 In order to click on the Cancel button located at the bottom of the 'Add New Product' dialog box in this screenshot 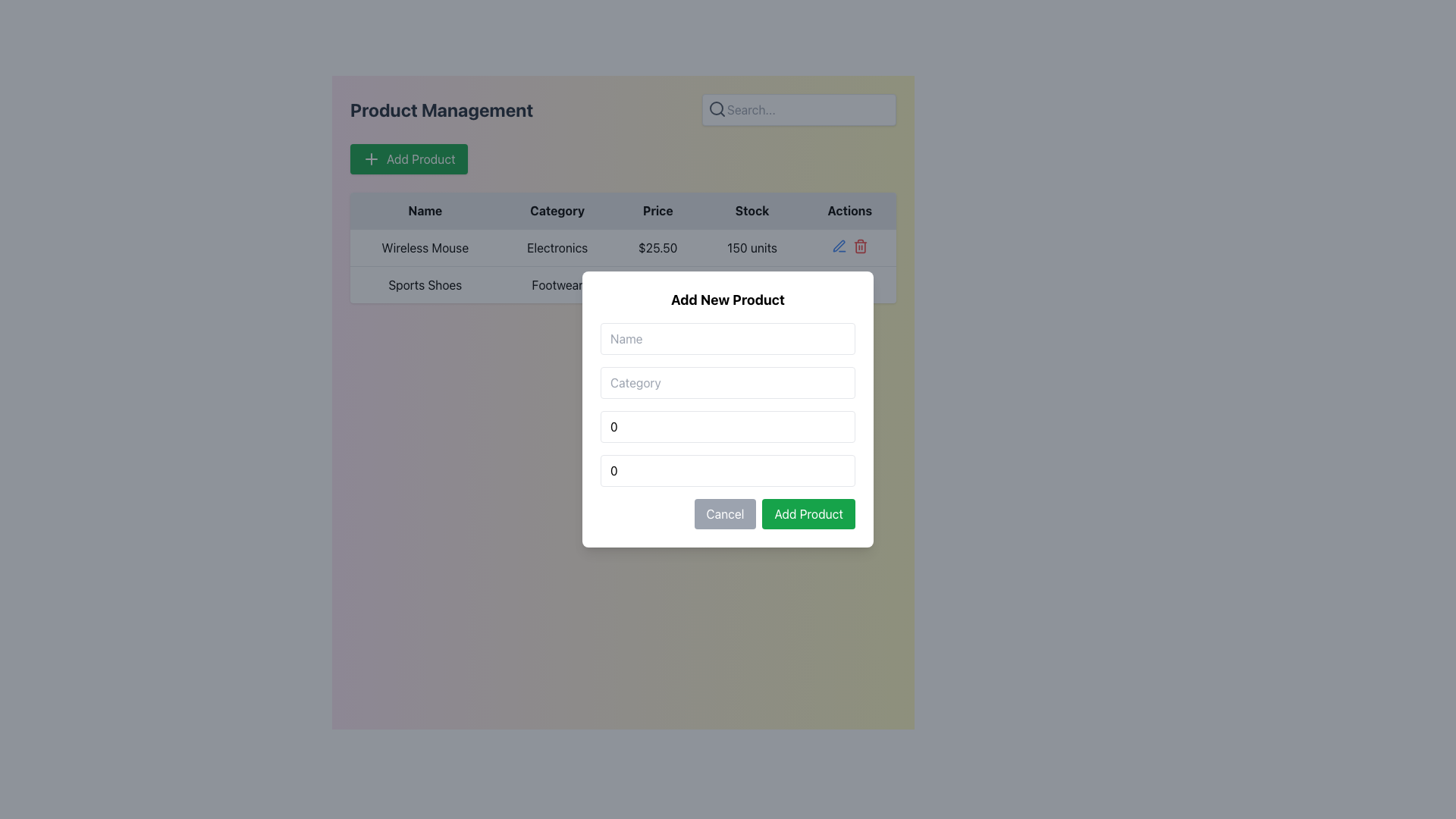, I will do `click(724, 513)`.